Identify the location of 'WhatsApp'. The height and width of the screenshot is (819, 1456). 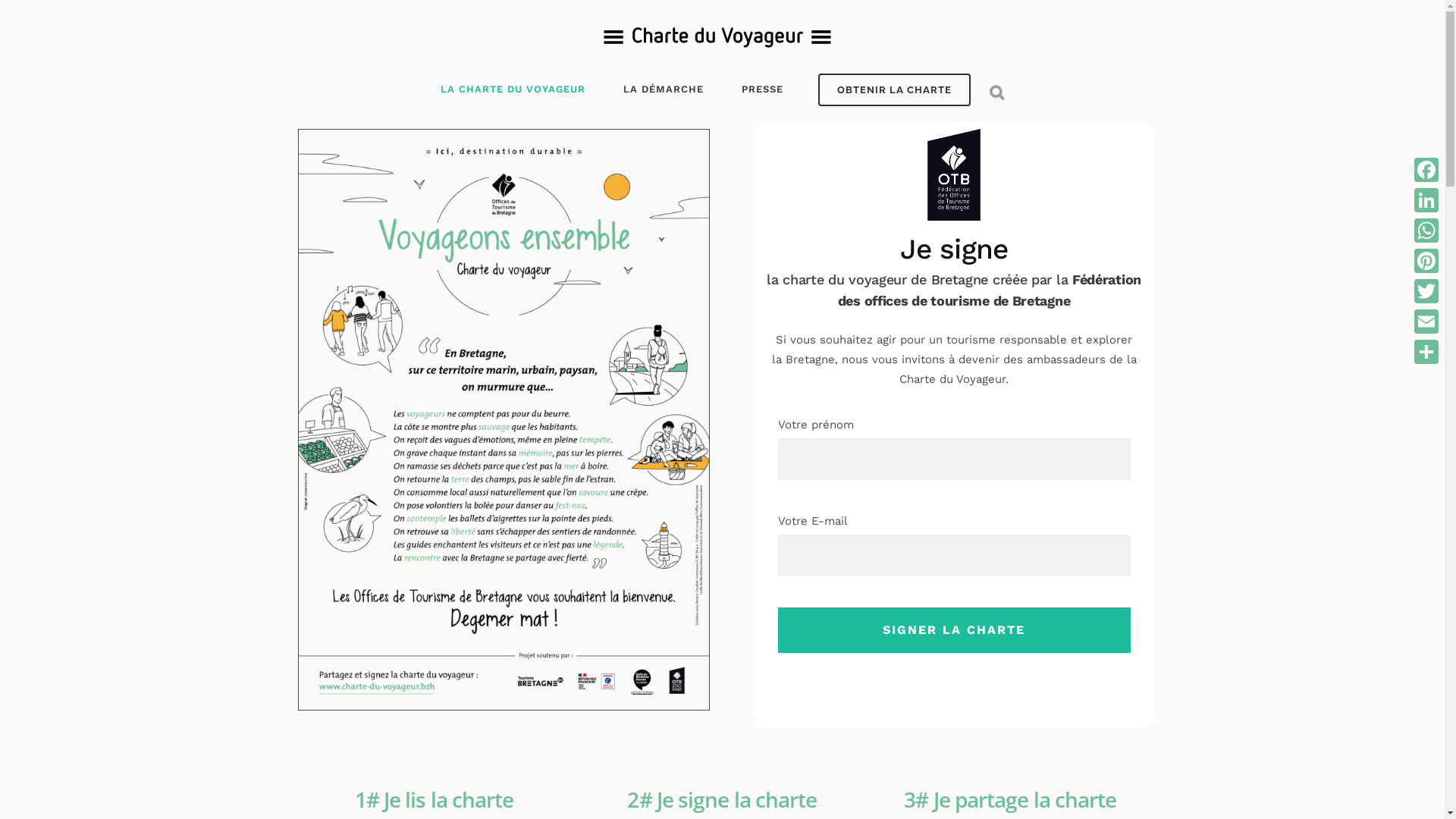
(1426, 231).